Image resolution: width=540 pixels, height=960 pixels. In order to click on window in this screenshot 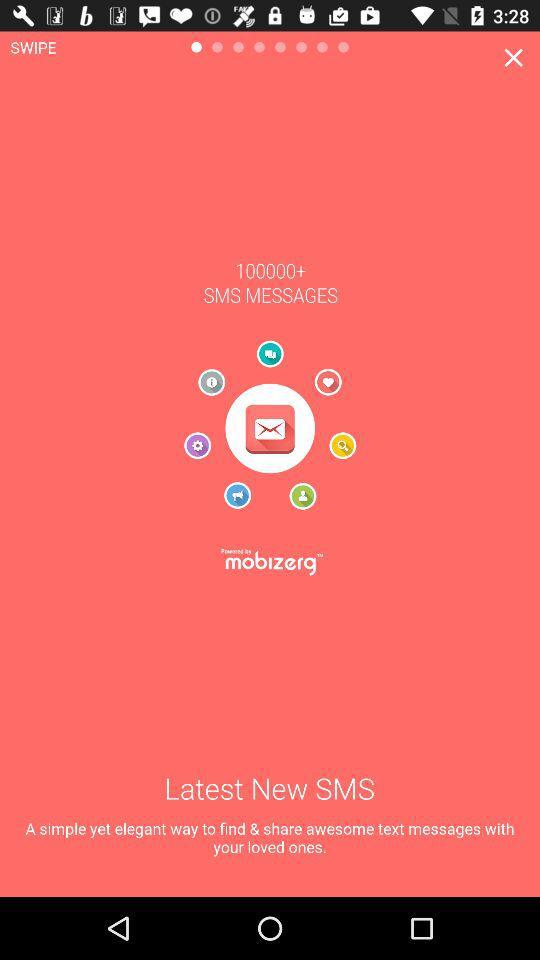, I will do `click(513, 56)`.